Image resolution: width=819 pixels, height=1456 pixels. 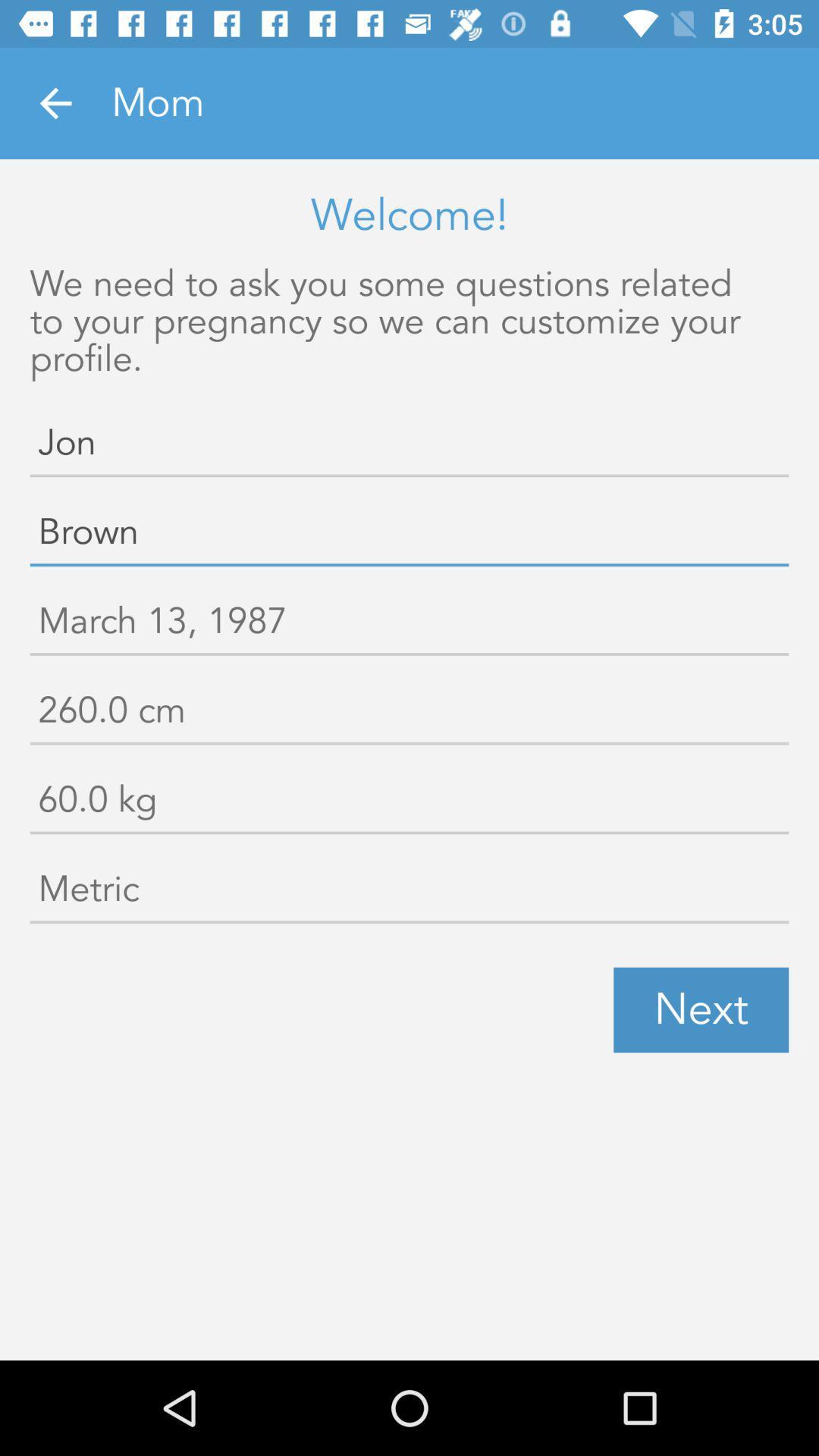 I want to click on next item, so click(x=701, y=1010).